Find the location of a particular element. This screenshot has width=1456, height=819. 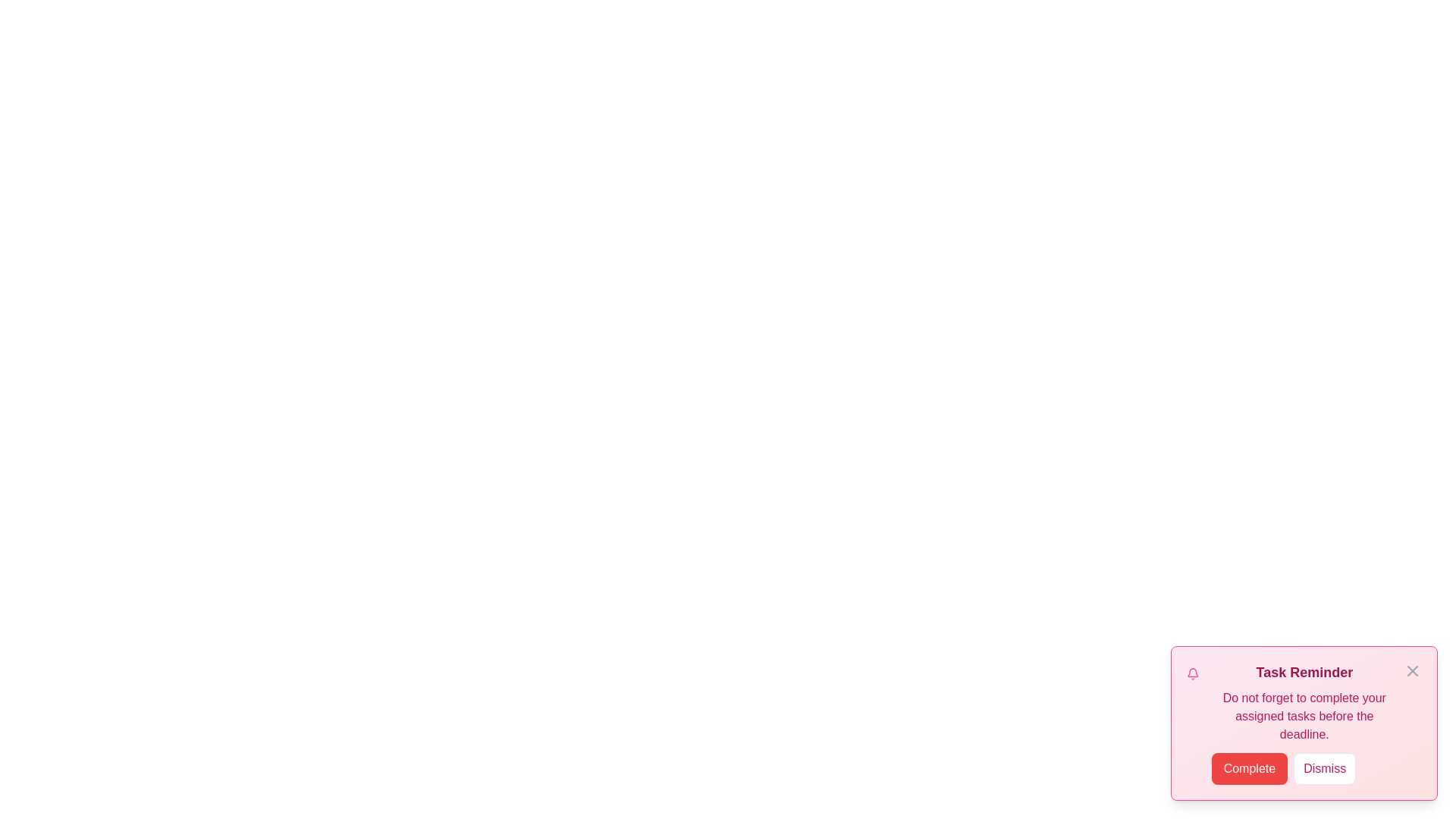

'Complete' button to mark the task as completed is located at coordinates (1249, 769).